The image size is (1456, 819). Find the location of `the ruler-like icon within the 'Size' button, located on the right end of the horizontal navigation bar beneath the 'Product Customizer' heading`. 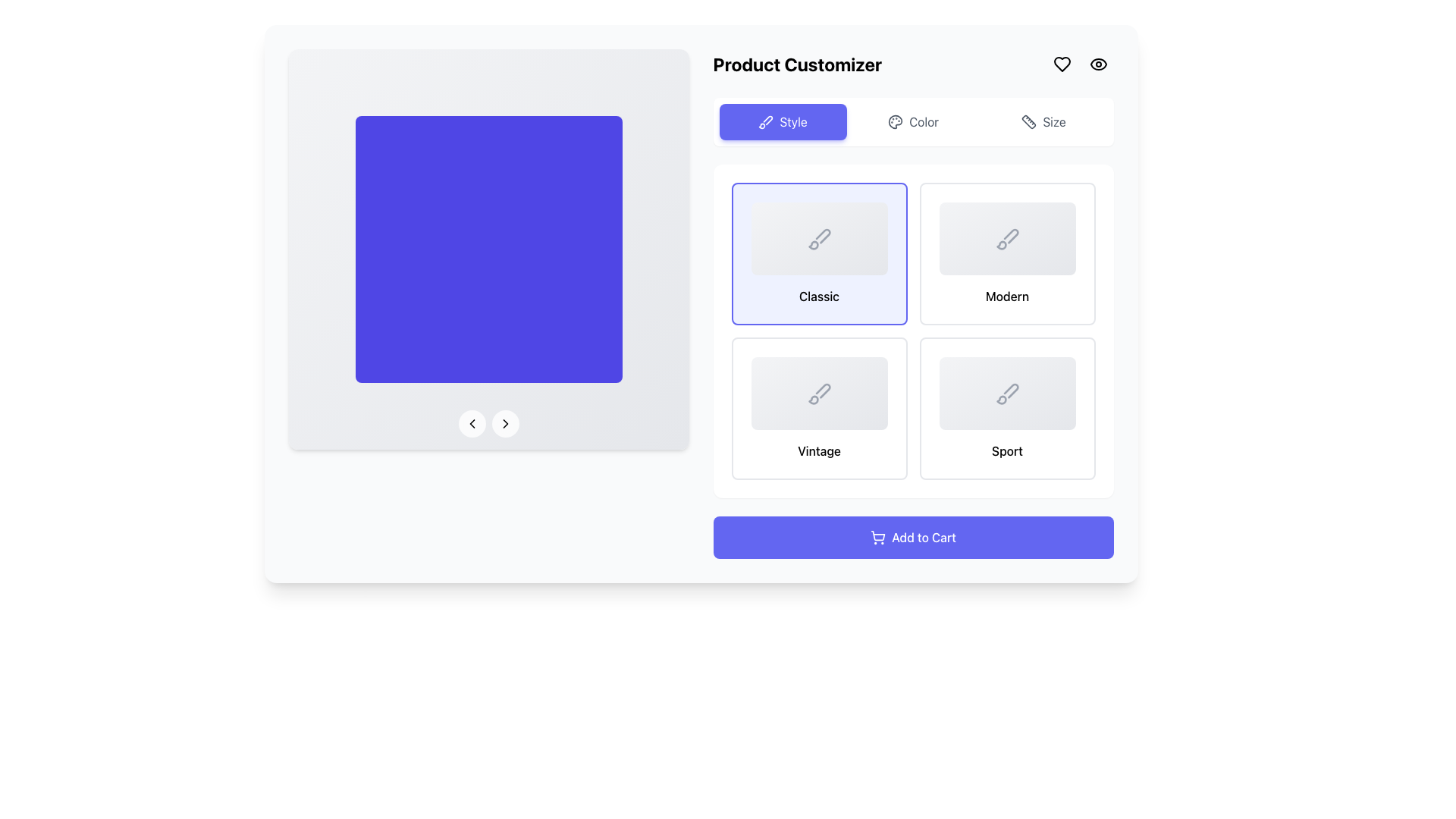

the ruler-like icon within the 'Size' button, located on the right end of the horizontal navigation bar beneath the 'Product Customizer' heading is located at coordinates (1029, 121).